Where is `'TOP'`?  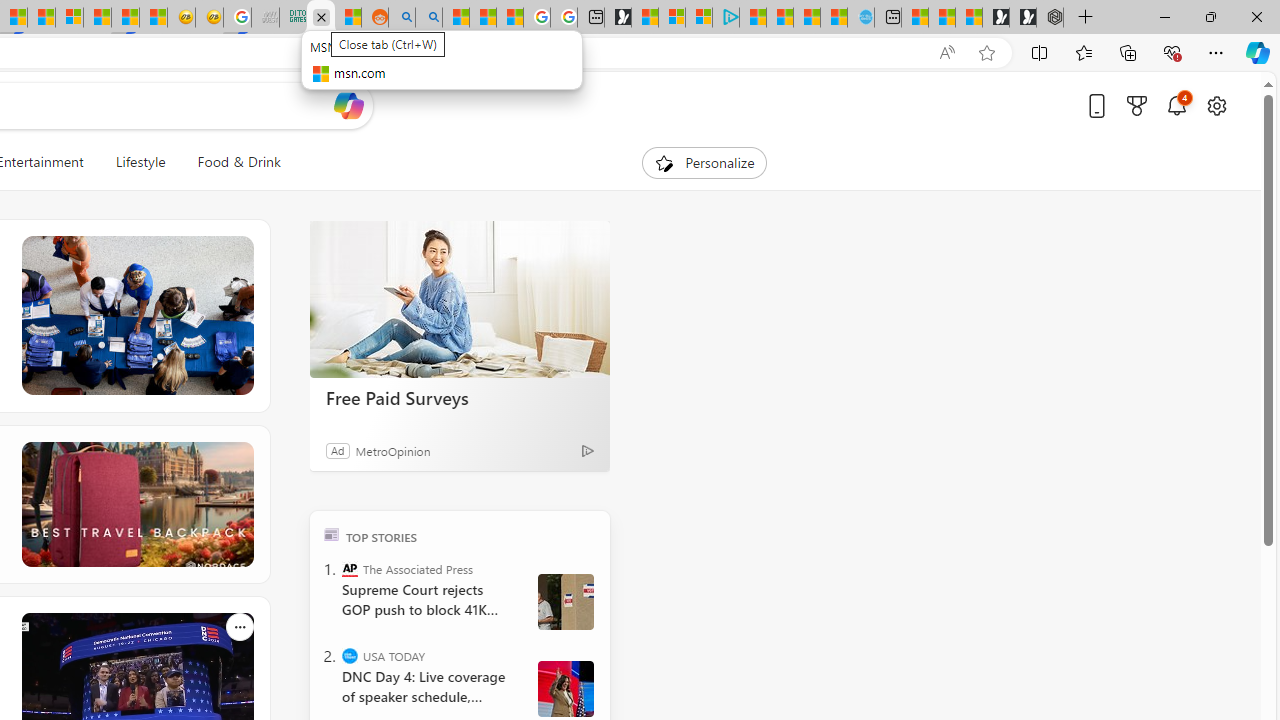 'TOP' is located at coordinates (332, 533).